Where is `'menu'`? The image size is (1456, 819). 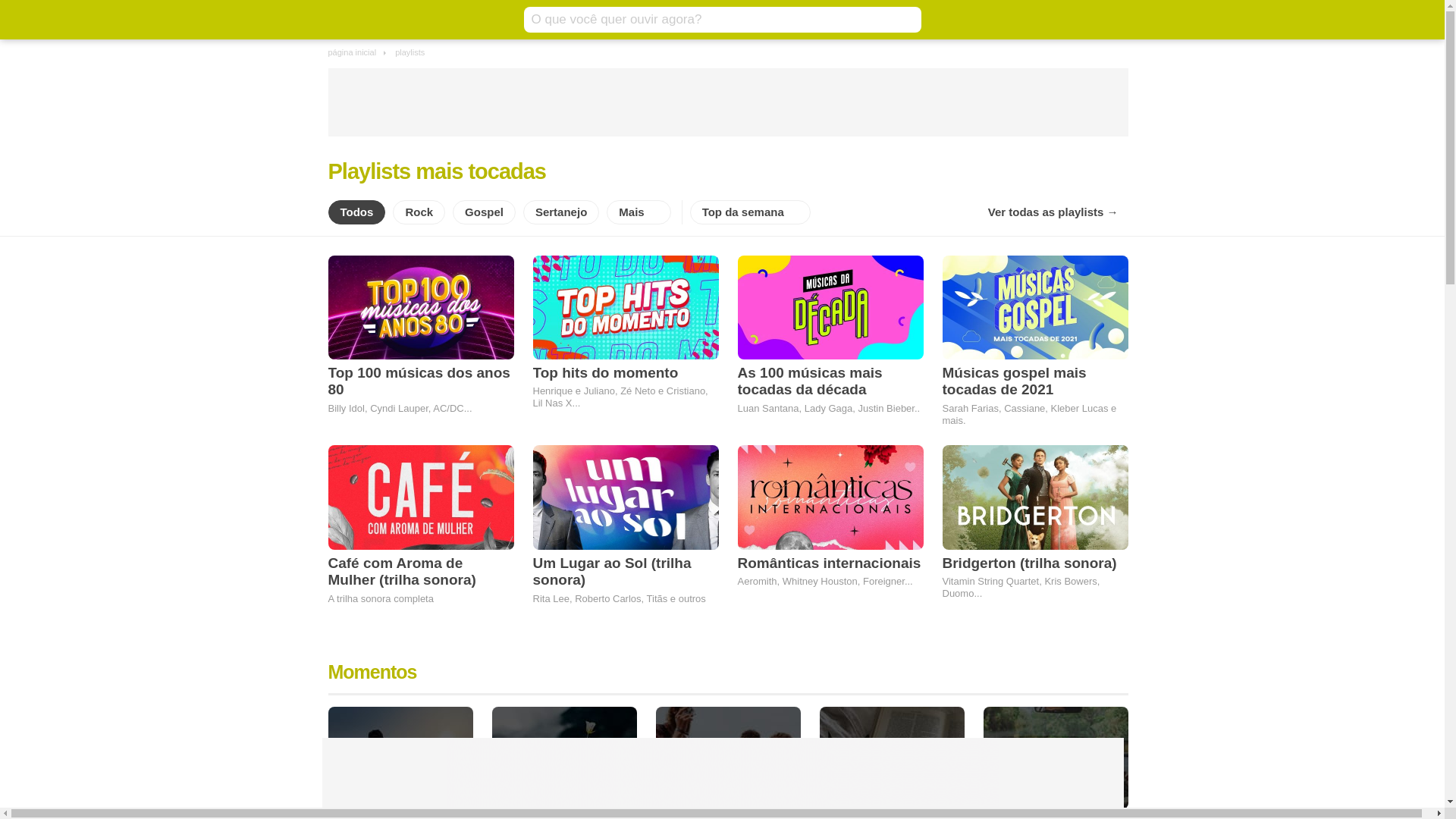 'menu' is located at coordinates (337, 20).